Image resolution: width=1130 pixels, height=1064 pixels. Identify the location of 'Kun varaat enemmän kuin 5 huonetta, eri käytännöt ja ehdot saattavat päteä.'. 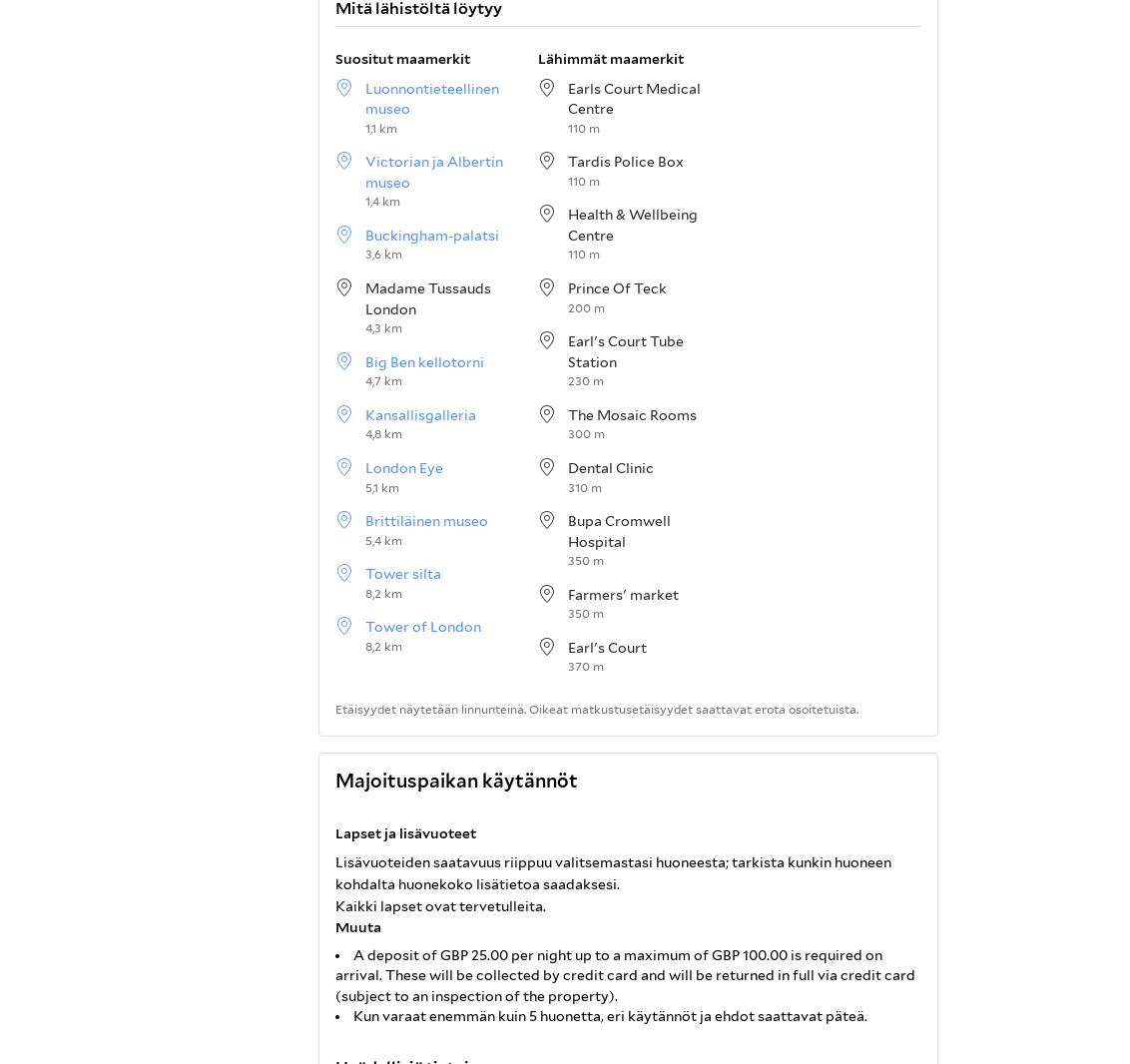
(608, 1016).